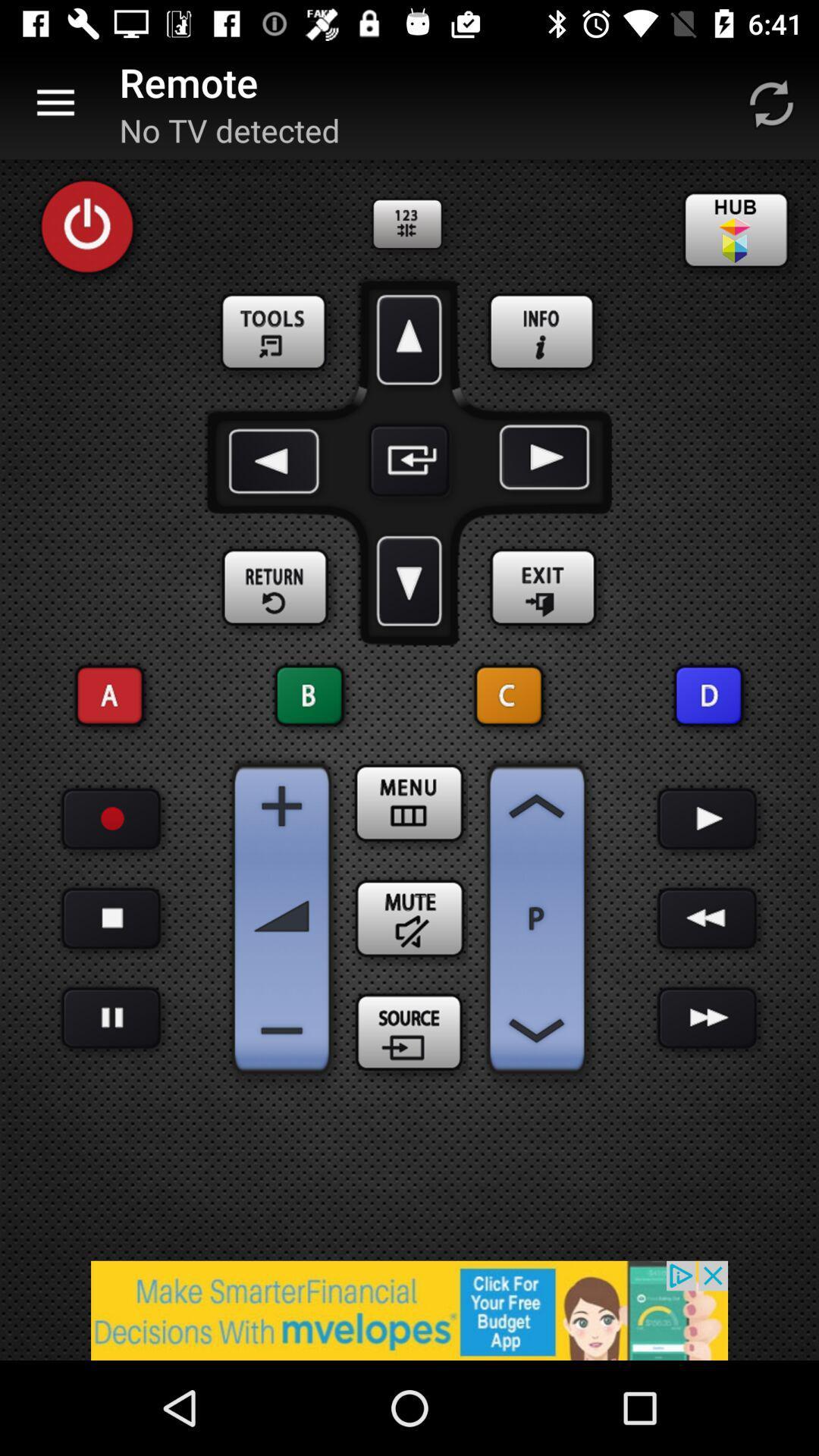 The height and width of the screenshot is (1456, 819). Describe the element at coordinates (536, 805) in the screenshot. I see `scroll up` at that location.